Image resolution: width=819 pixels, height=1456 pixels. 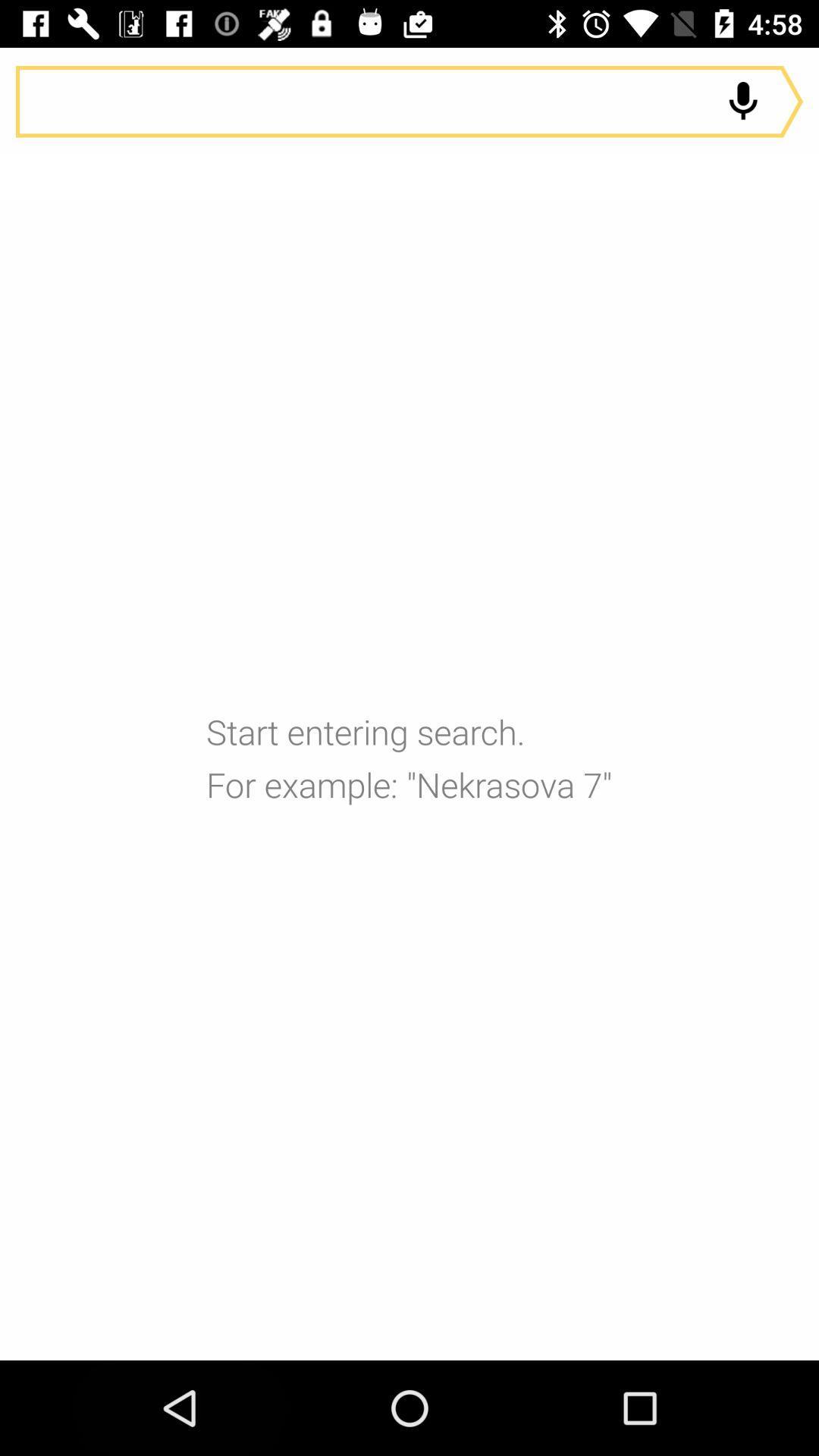 I want to click on type or talk to search, so click(x=409, y=101).